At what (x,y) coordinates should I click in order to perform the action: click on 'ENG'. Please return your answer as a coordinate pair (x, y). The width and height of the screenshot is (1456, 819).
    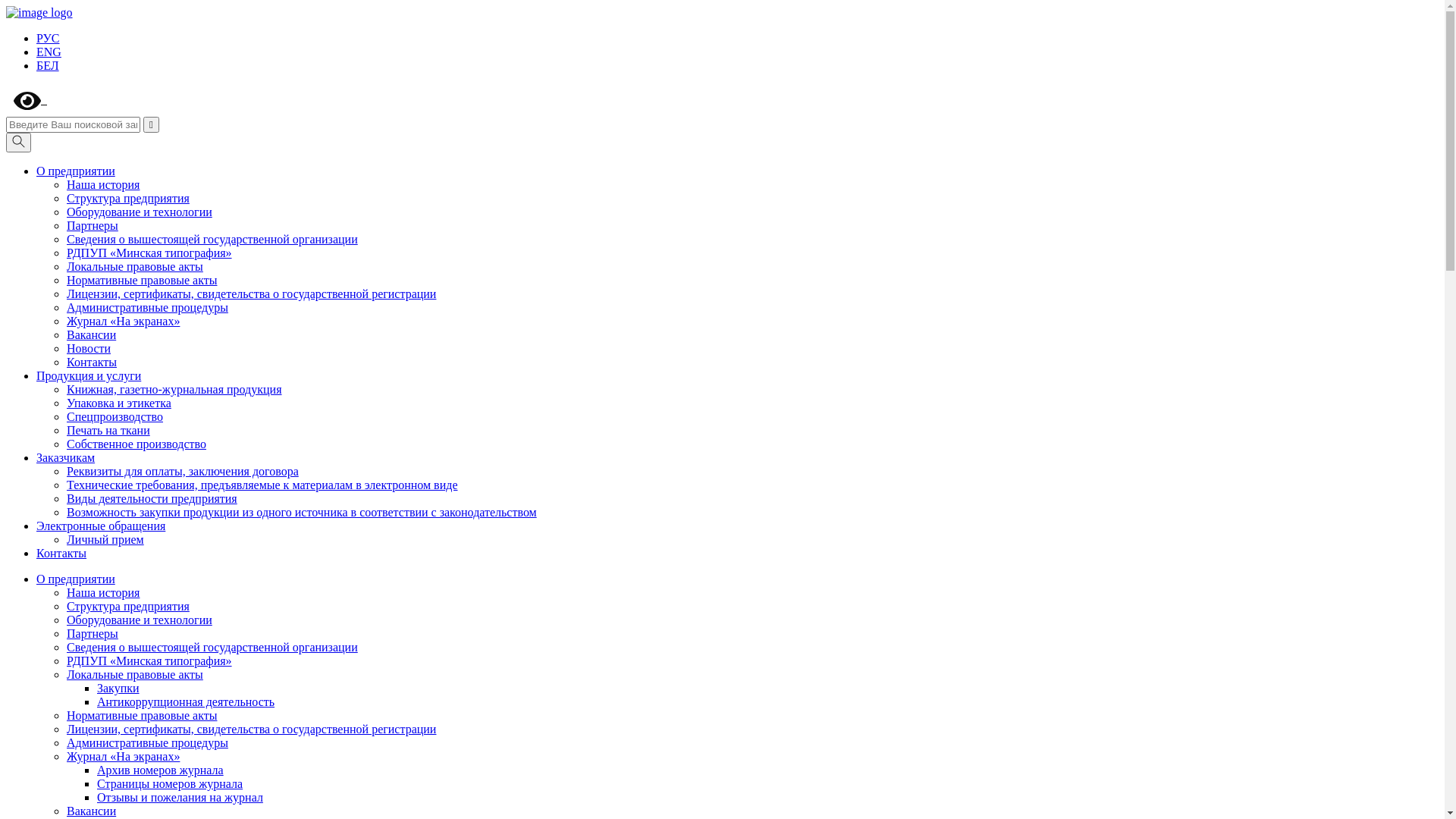
    Looking at the image, I should click on (36, 51).